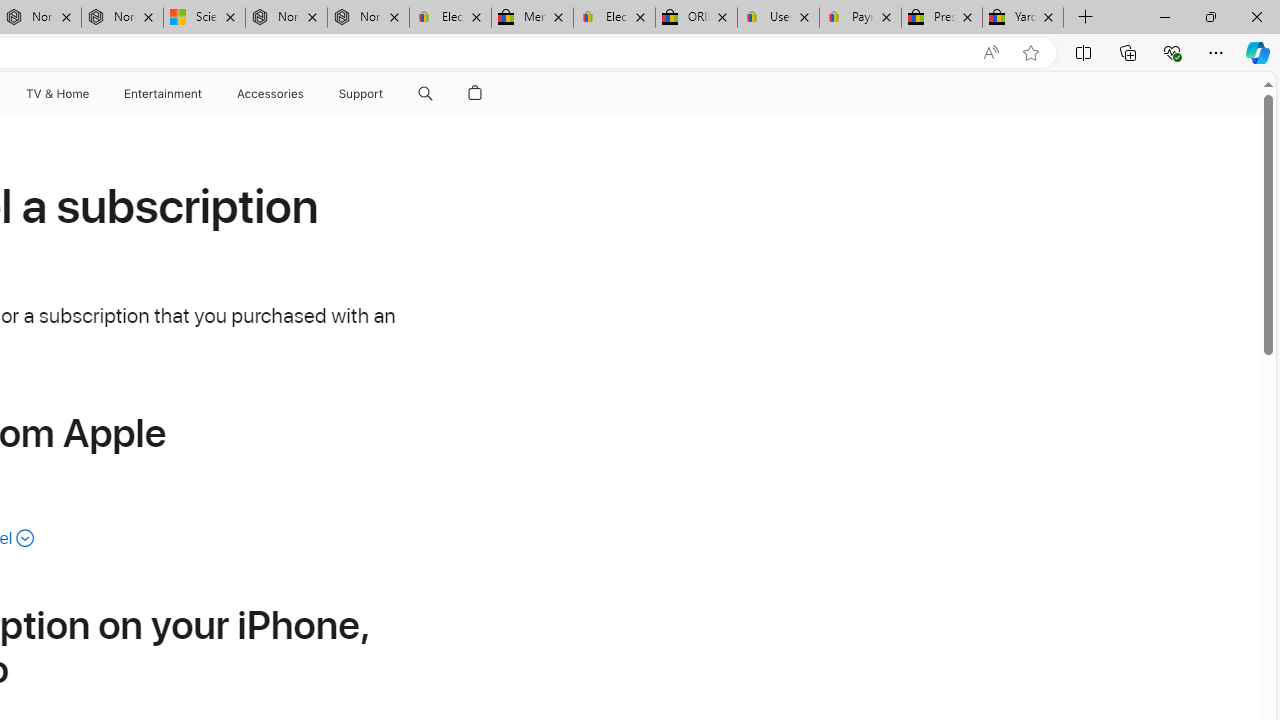  What do you see at coordinates (1215, 51) in the screenshot?
I see `'Settings and more (Alt+F)'` at bounding box center [1215, 51].